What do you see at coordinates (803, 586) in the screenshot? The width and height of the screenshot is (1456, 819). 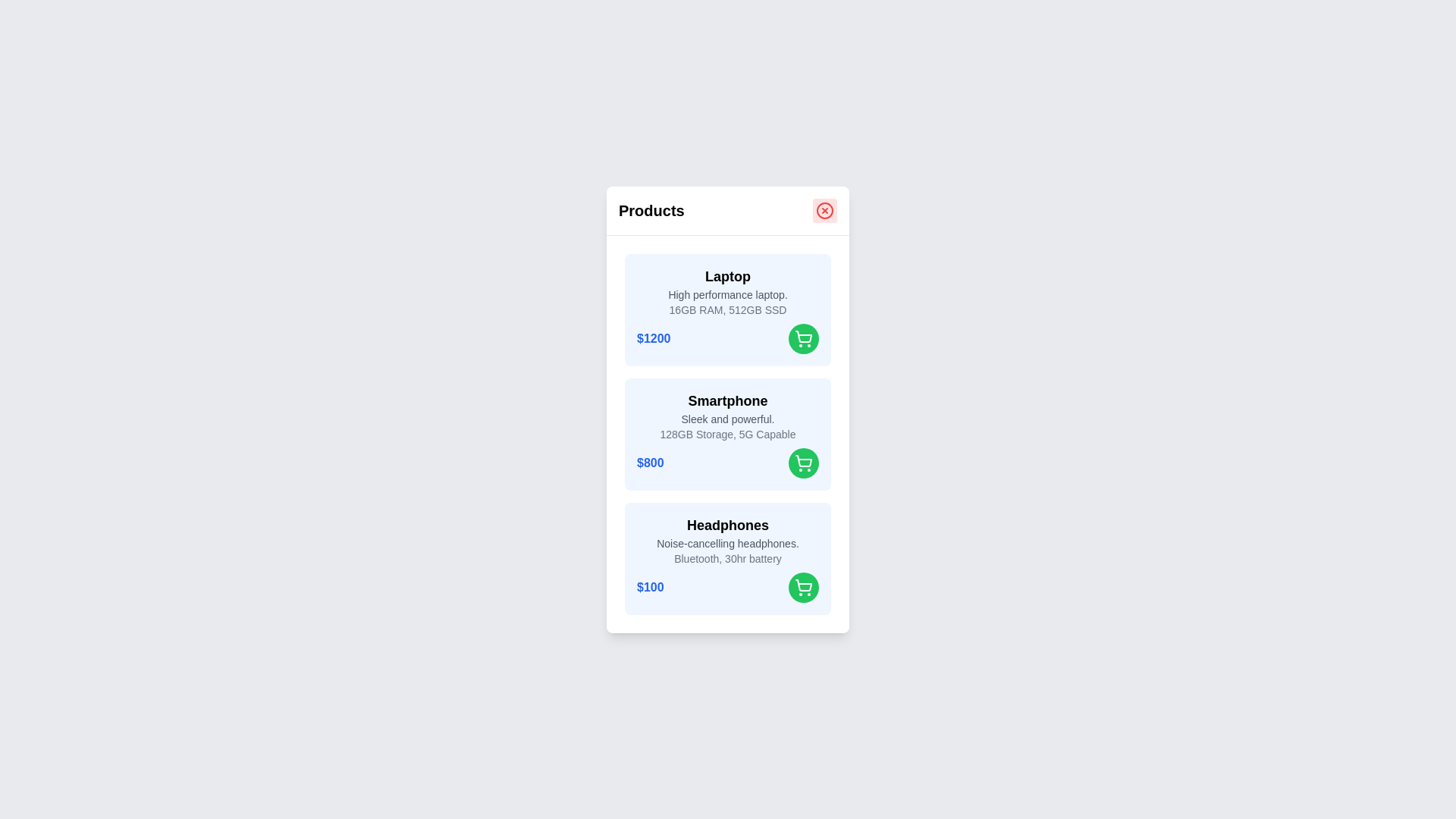 I see `the green shopping cart button corresponding to the Headphones product to add it to the cart` at bounding box center [803, 586].